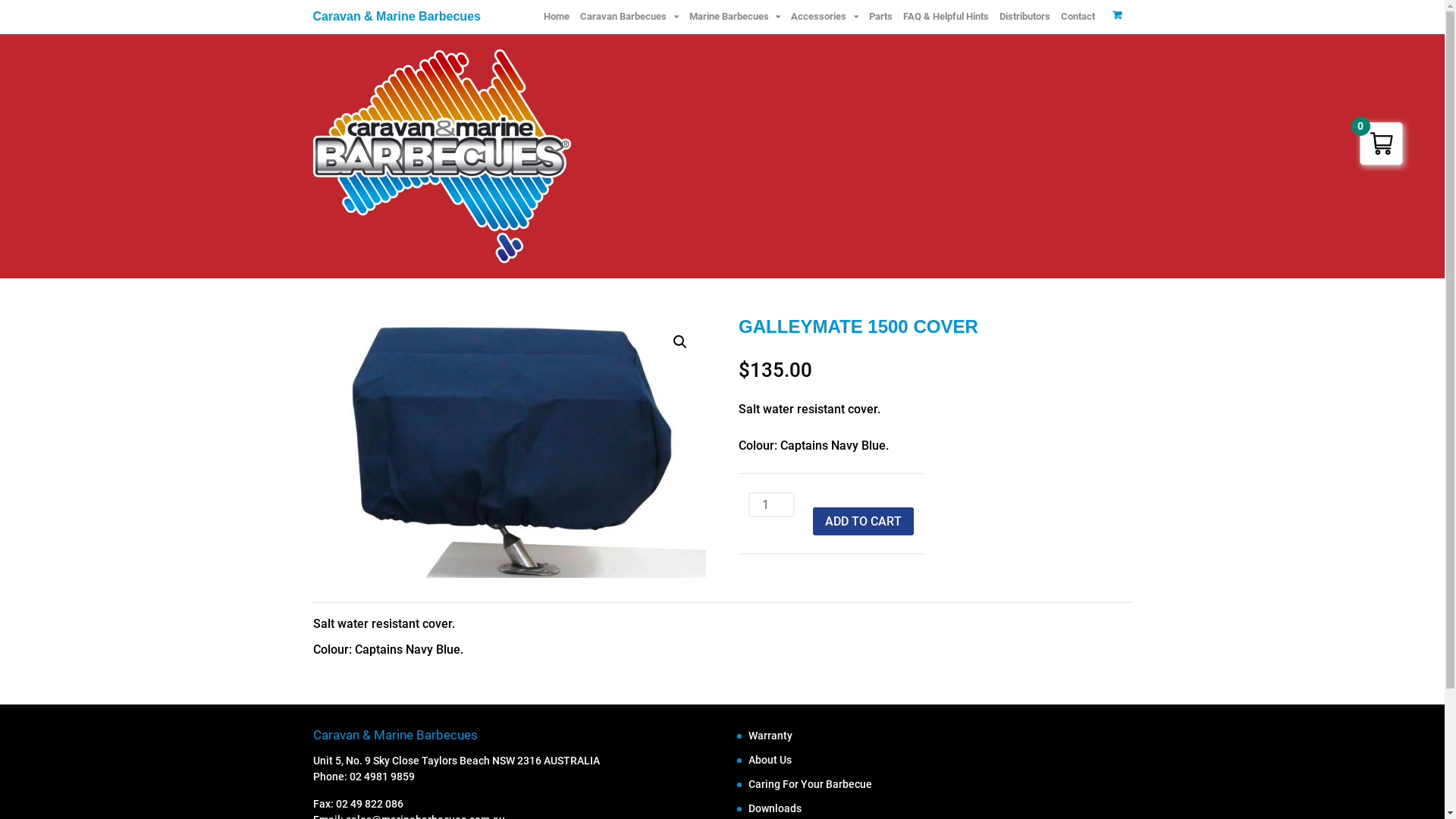 This screenshot has width=1456, height=819. Describe the element at coordinates (748, 734) in the screenshot. I see `'Warranty'` at that location.